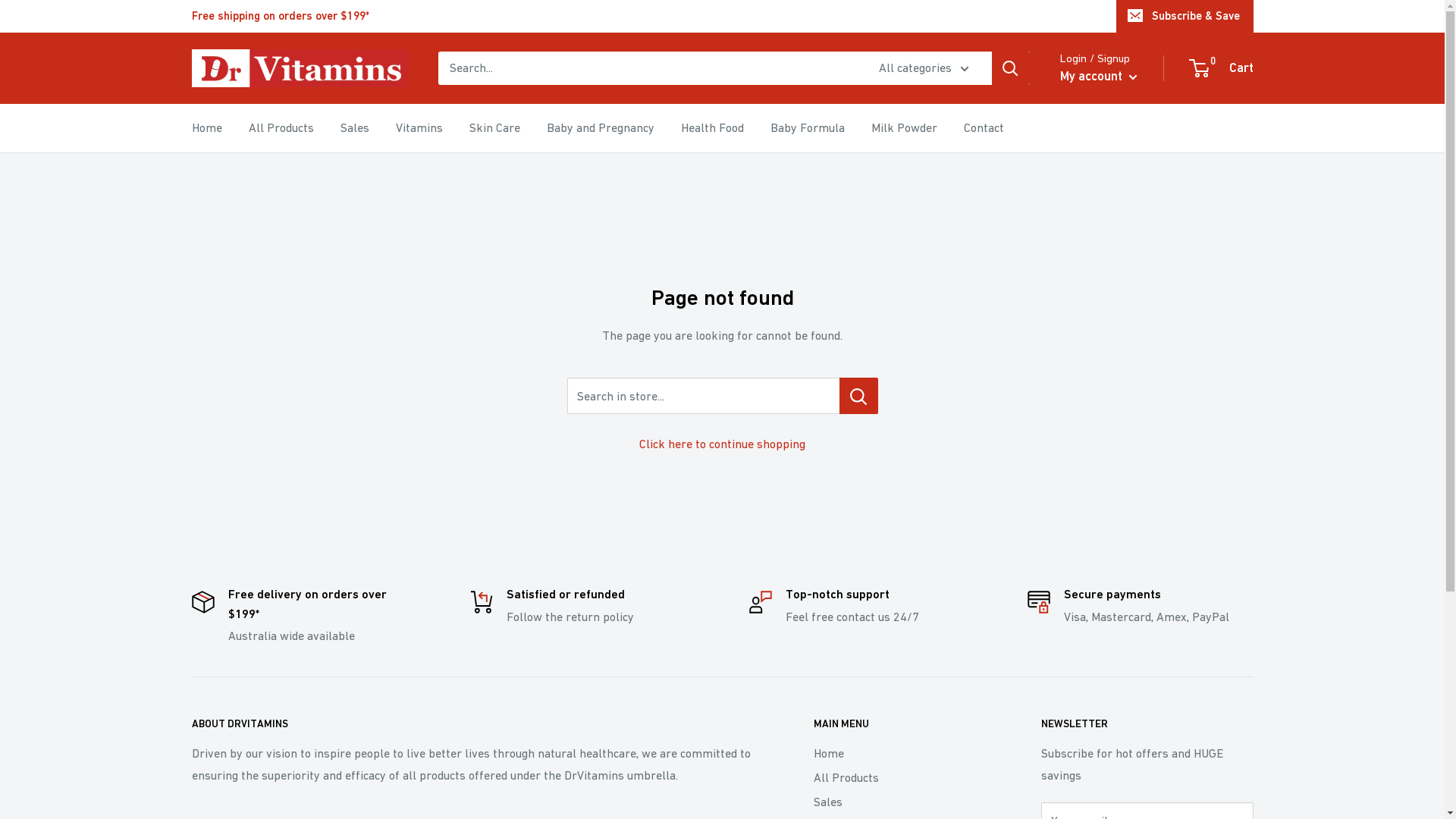  I want to click on 'Sales', so click(353, 127).